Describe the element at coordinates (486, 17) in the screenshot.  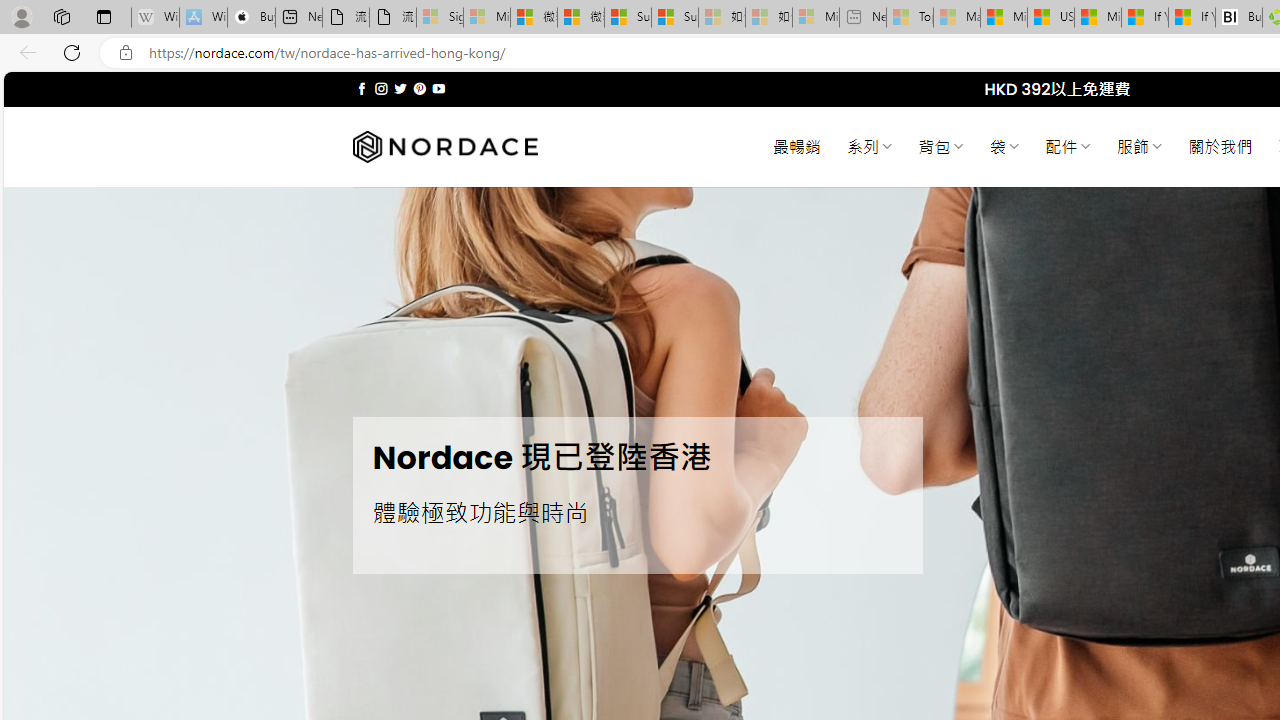
I see `'Microsoft Services Agreement - Sleeping'` at that location.